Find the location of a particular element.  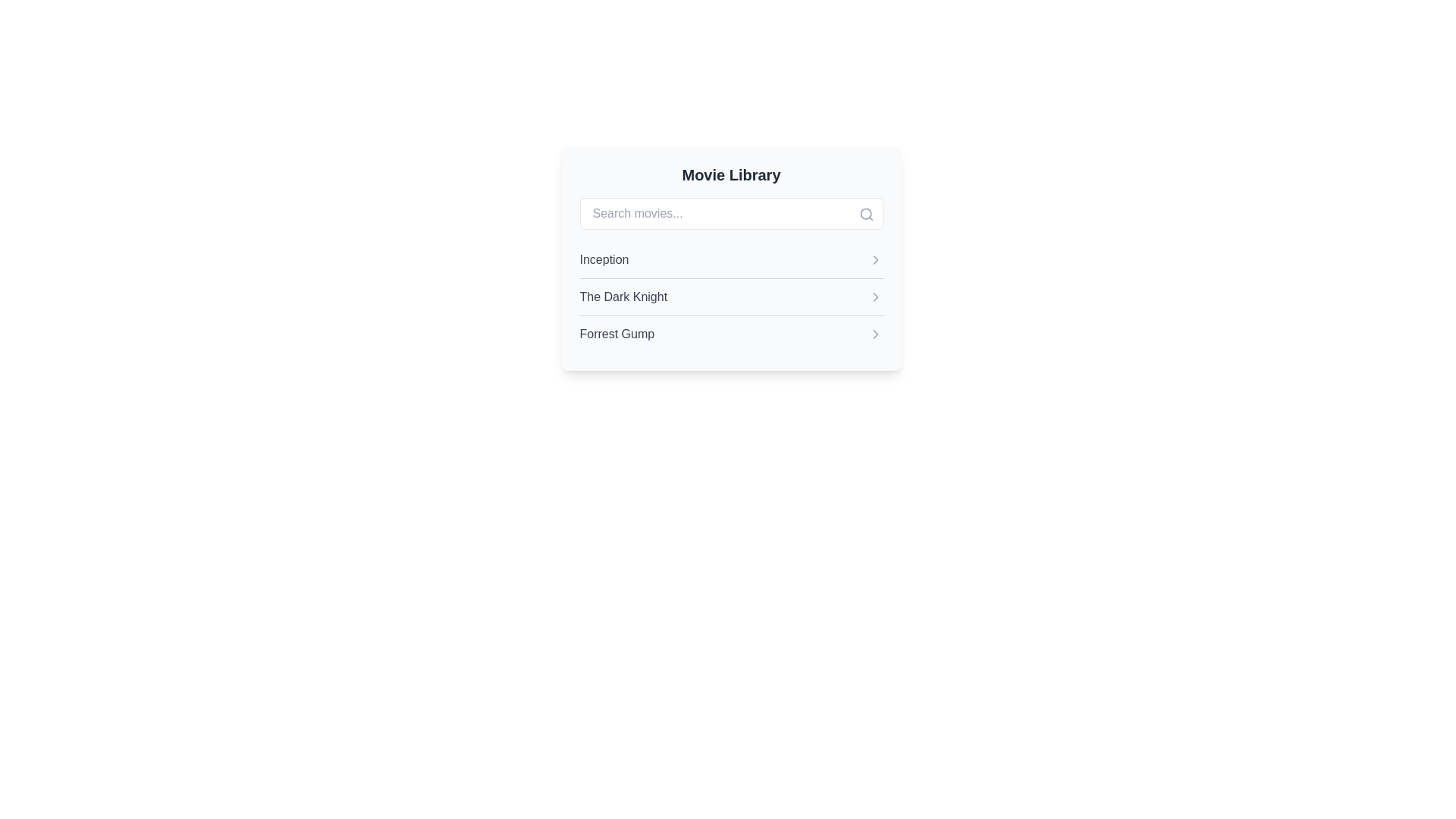

the text label displaying the movie title 'Forrest Gump' is located at coordinates (617, 333).